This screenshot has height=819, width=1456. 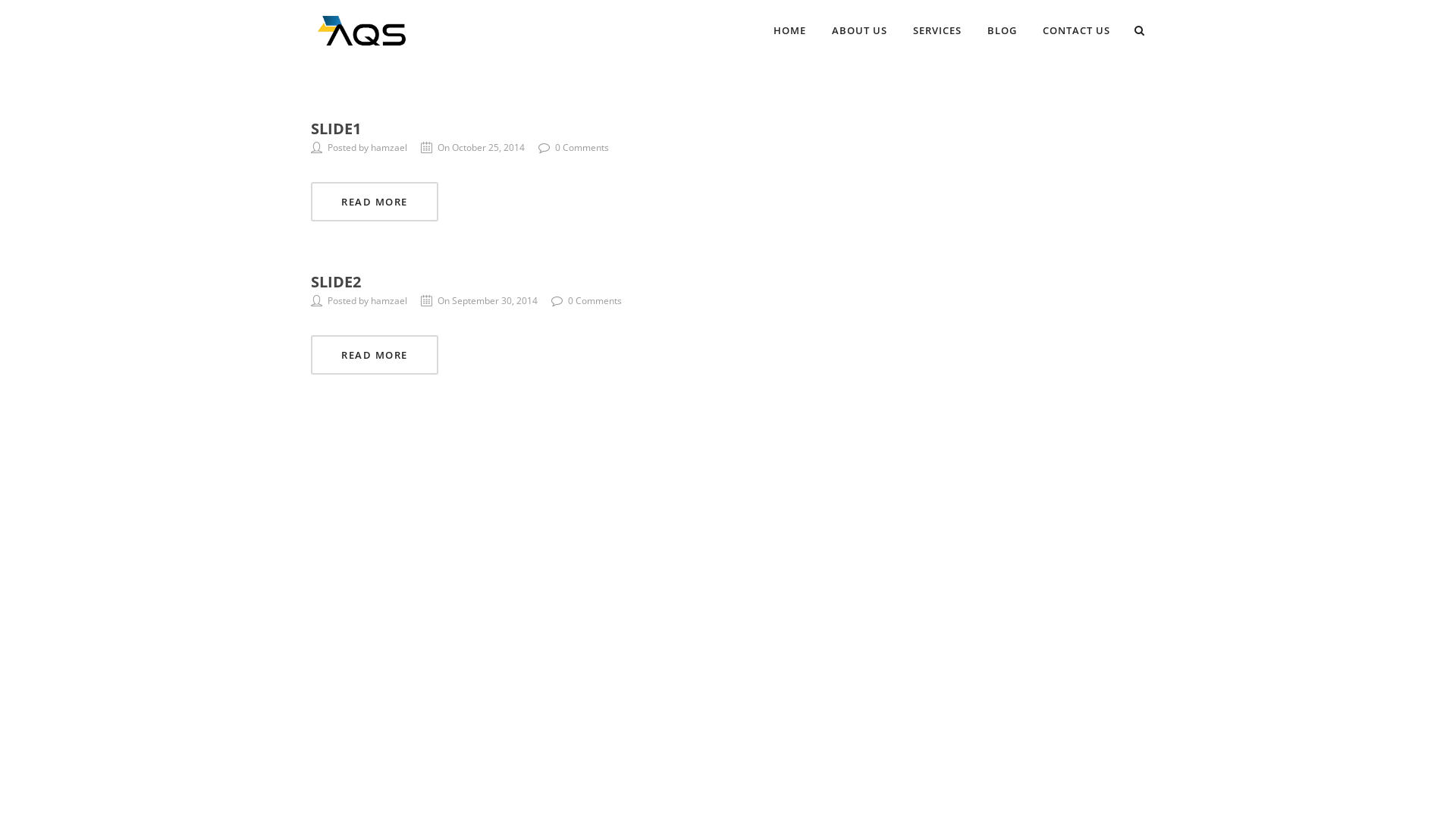 I want to click on 'READ MORE', so click(x=309, y=201).